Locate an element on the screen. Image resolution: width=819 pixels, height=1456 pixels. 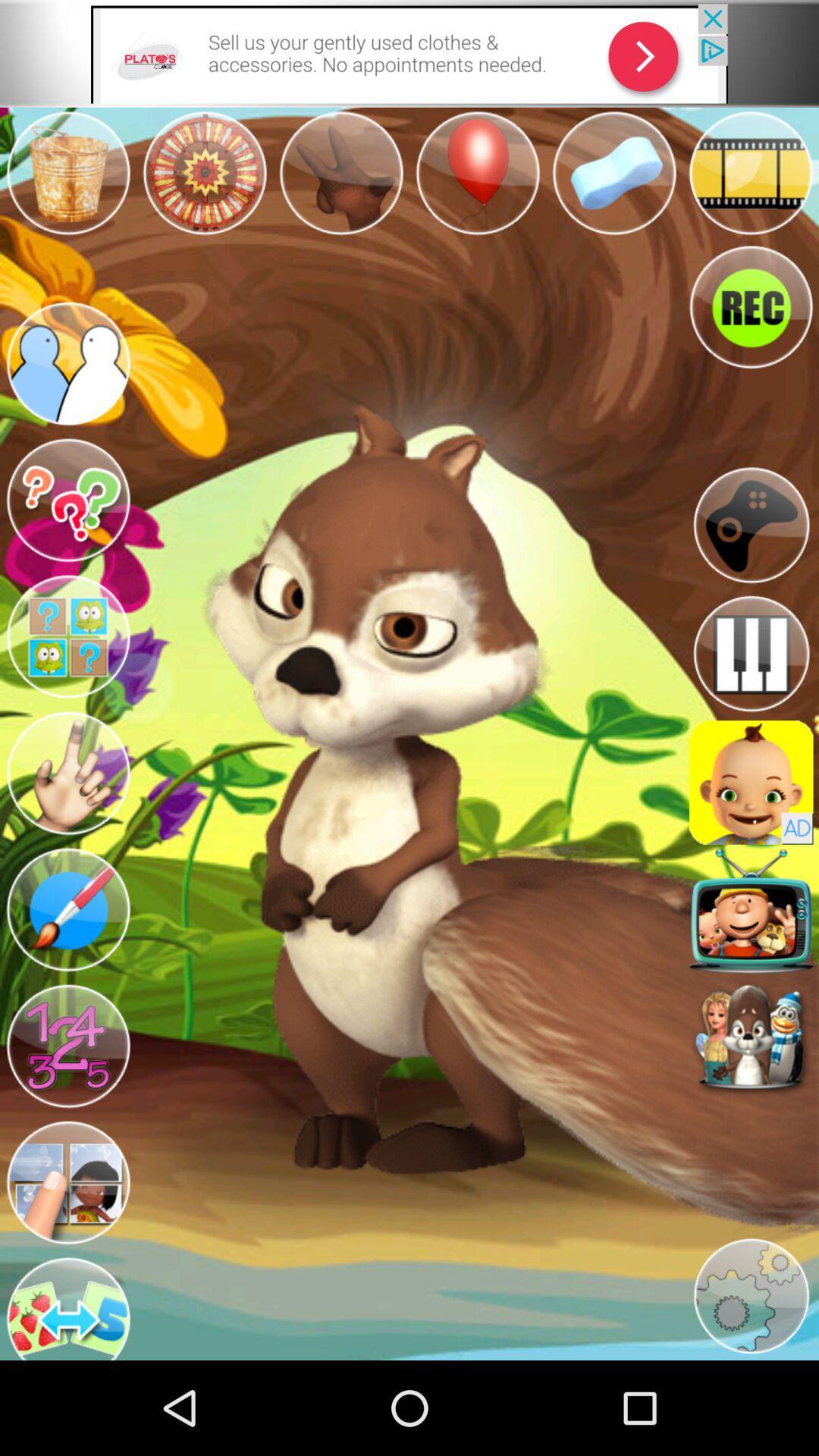
an icon resembling a keyboard that opens an app is located at coordinates (751, 654).